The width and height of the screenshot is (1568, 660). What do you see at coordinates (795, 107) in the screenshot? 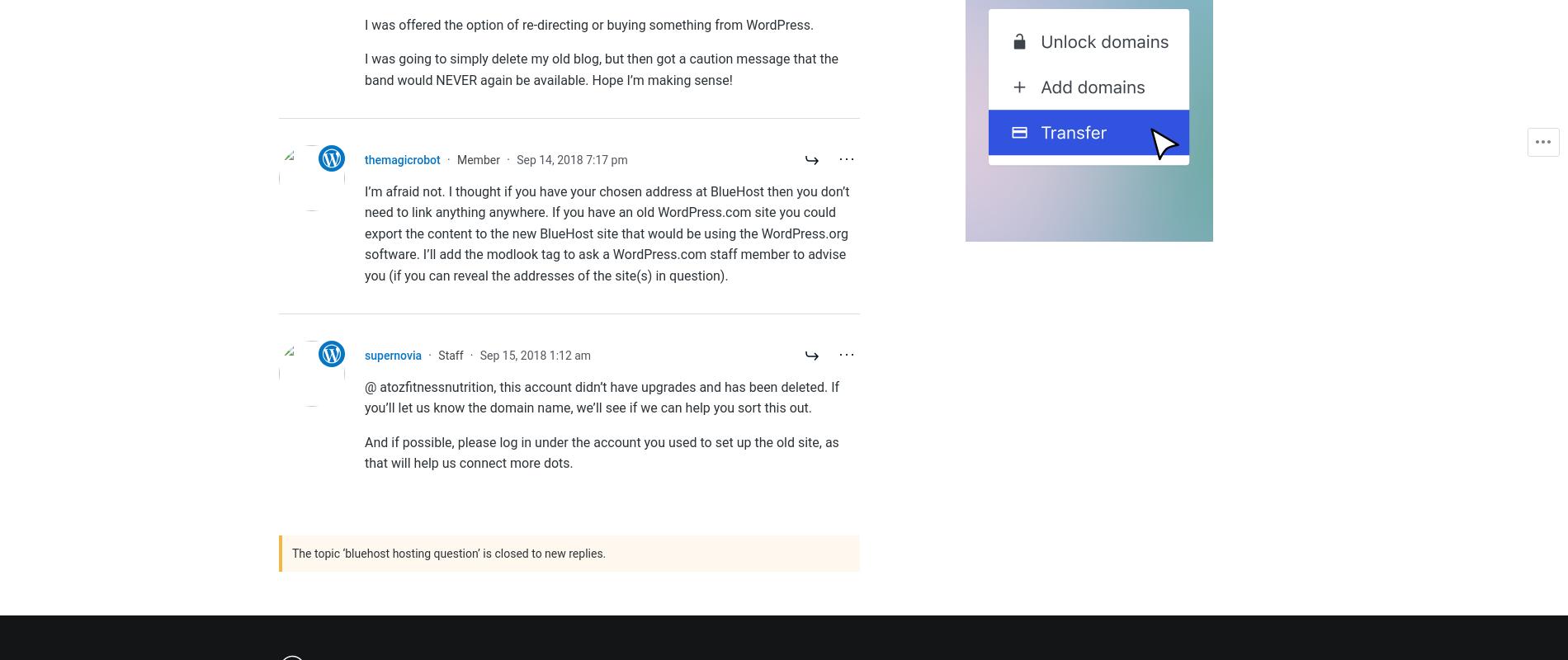
I see `'Search powered by Jetpack'` at bounding box center [795, 107].